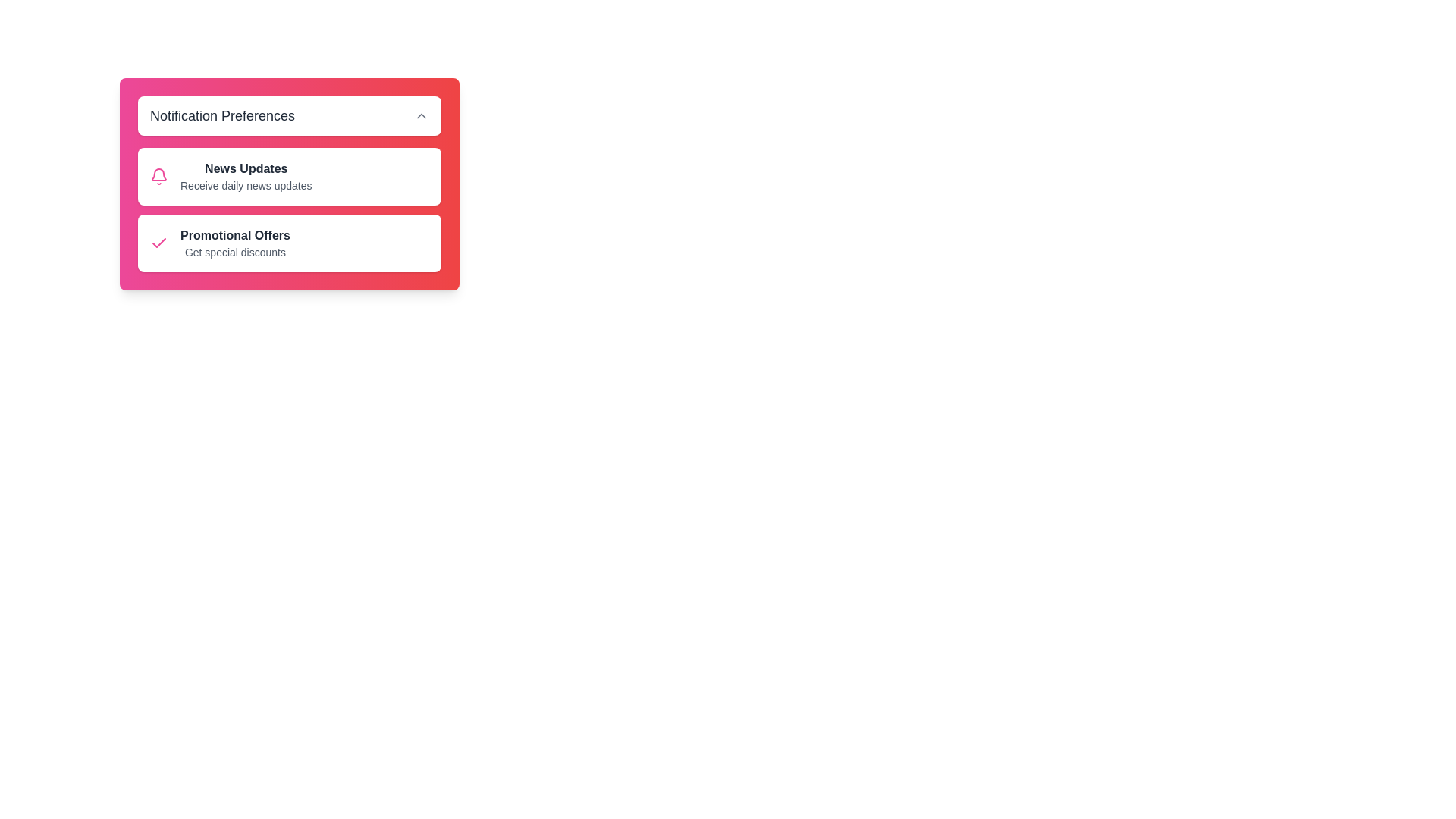 The width and height of the screenshot is (1456, 819). What do you see at coordinates (290, 115) in the screenshot?
I see `the header button to toggle the menu open or closed` at bounding box center [290, 115].